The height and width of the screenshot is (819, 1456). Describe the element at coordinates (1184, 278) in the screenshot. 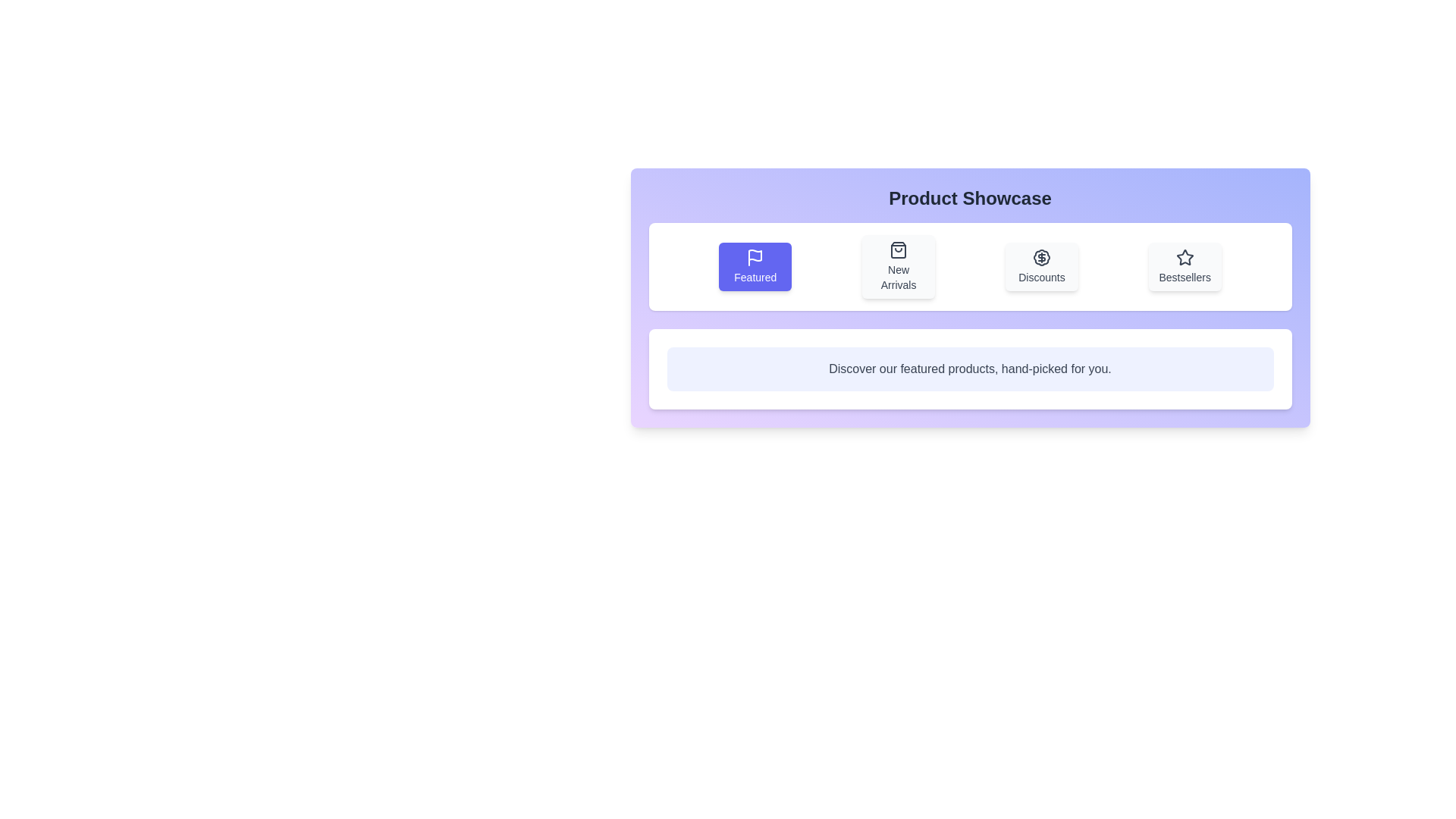

I see `the 'Bestsellers' text label` at that location.